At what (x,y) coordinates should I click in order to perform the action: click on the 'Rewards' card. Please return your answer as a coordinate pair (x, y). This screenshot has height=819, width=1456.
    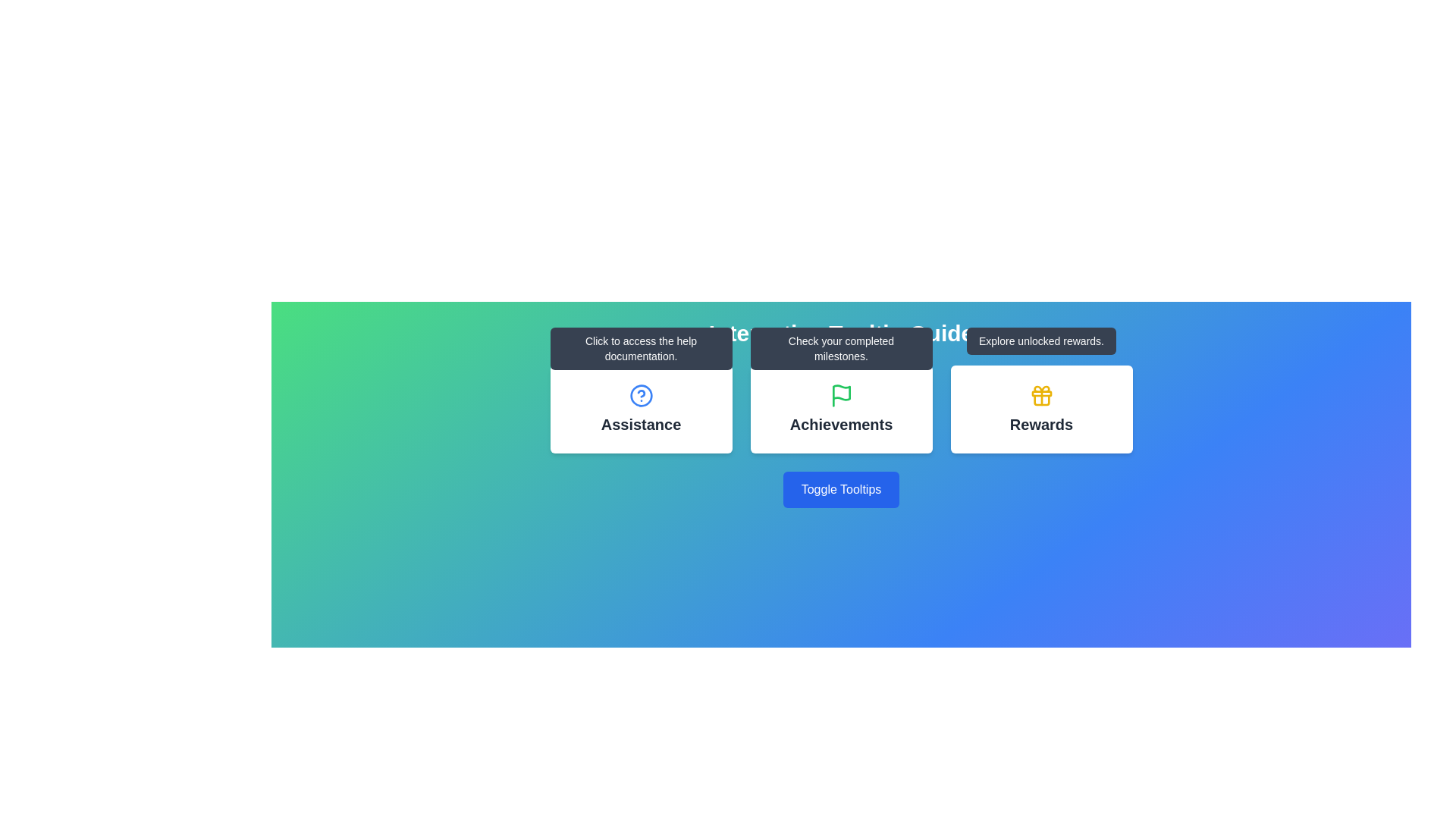
    Looking at the image, I should click on (1040, 409).